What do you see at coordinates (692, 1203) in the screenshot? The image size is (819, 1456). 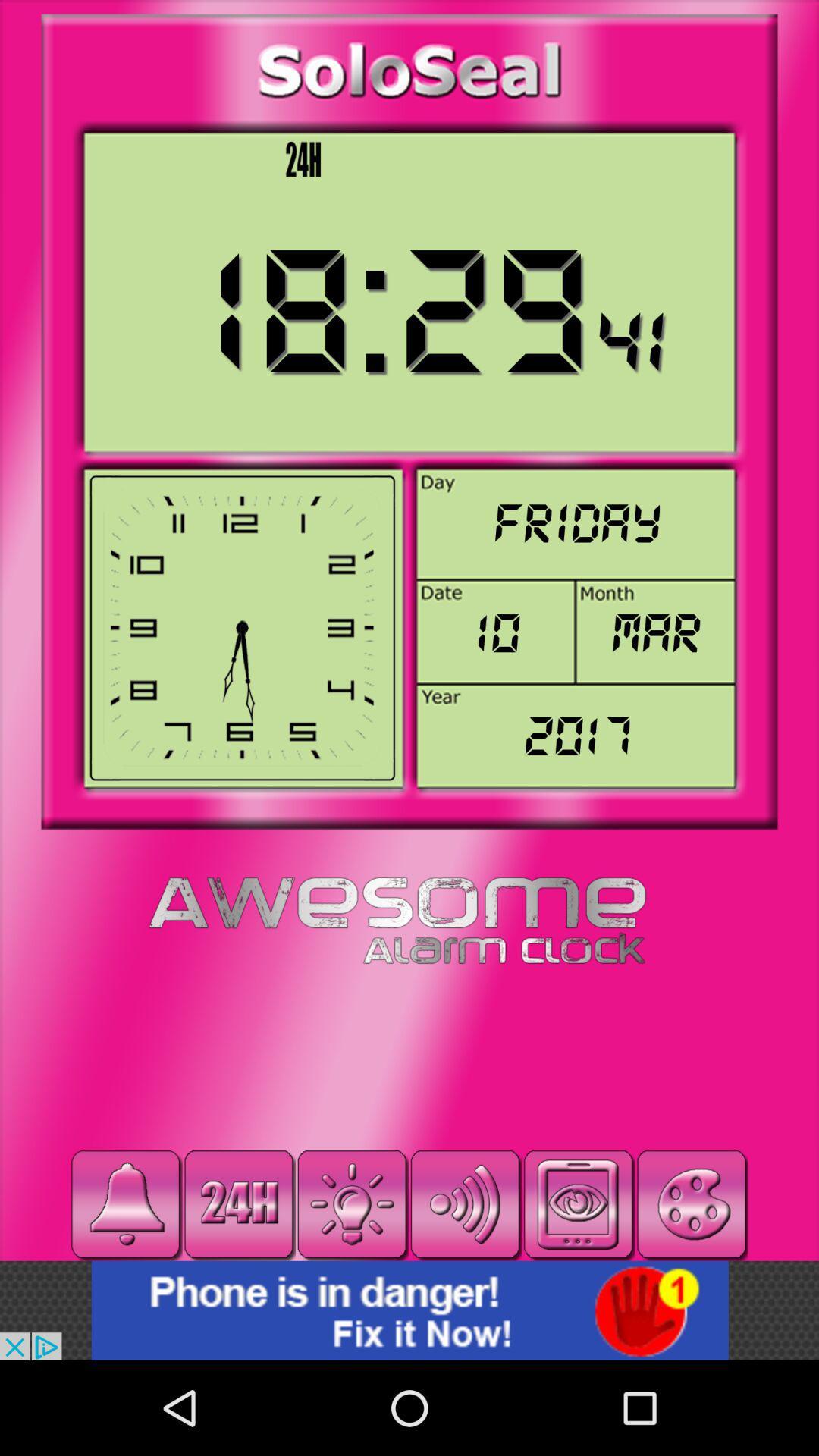 I see `change clock appearance` at bounding box center [692, 1203].